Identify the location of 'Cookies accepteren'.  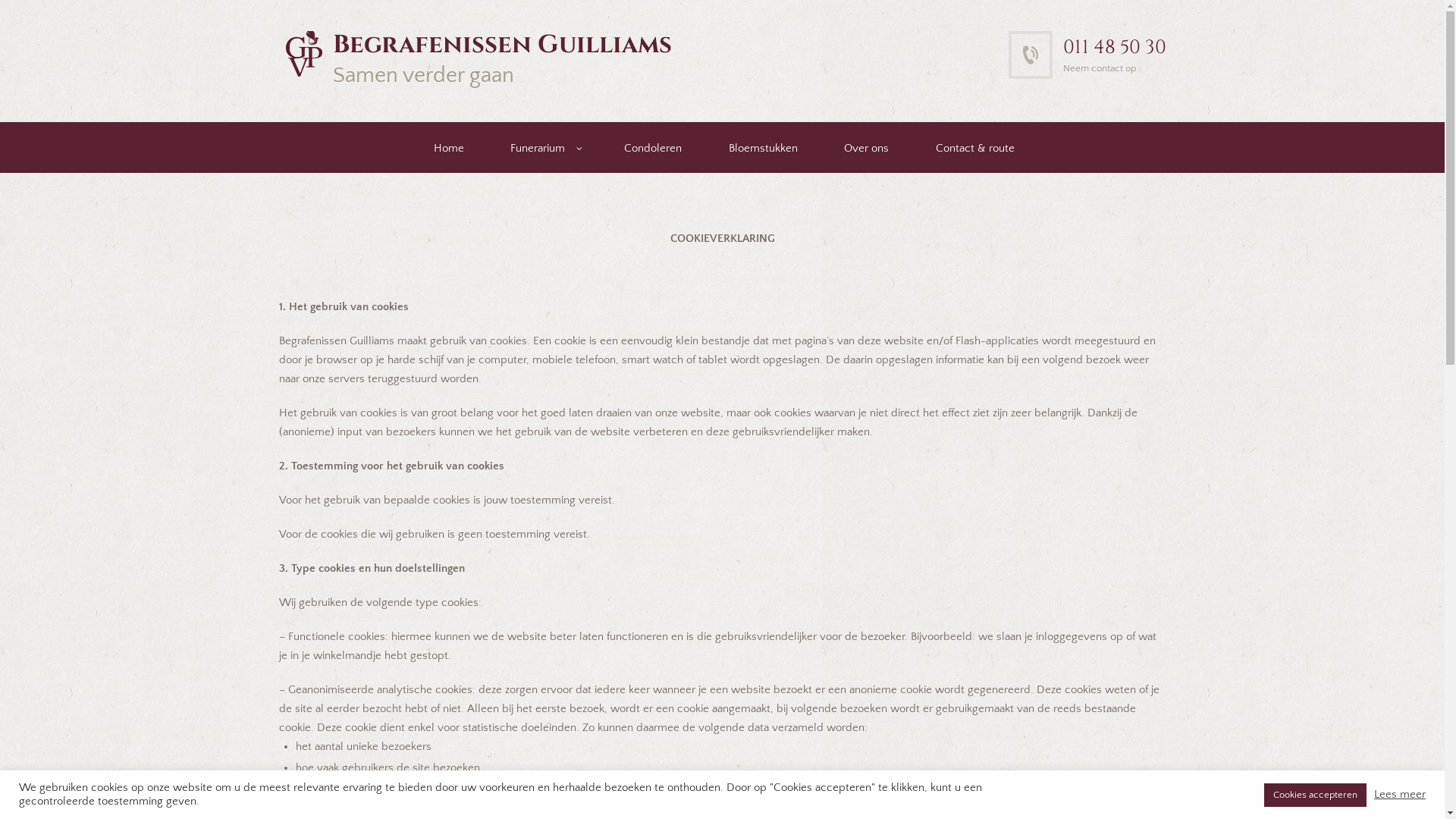
(1314, 793).